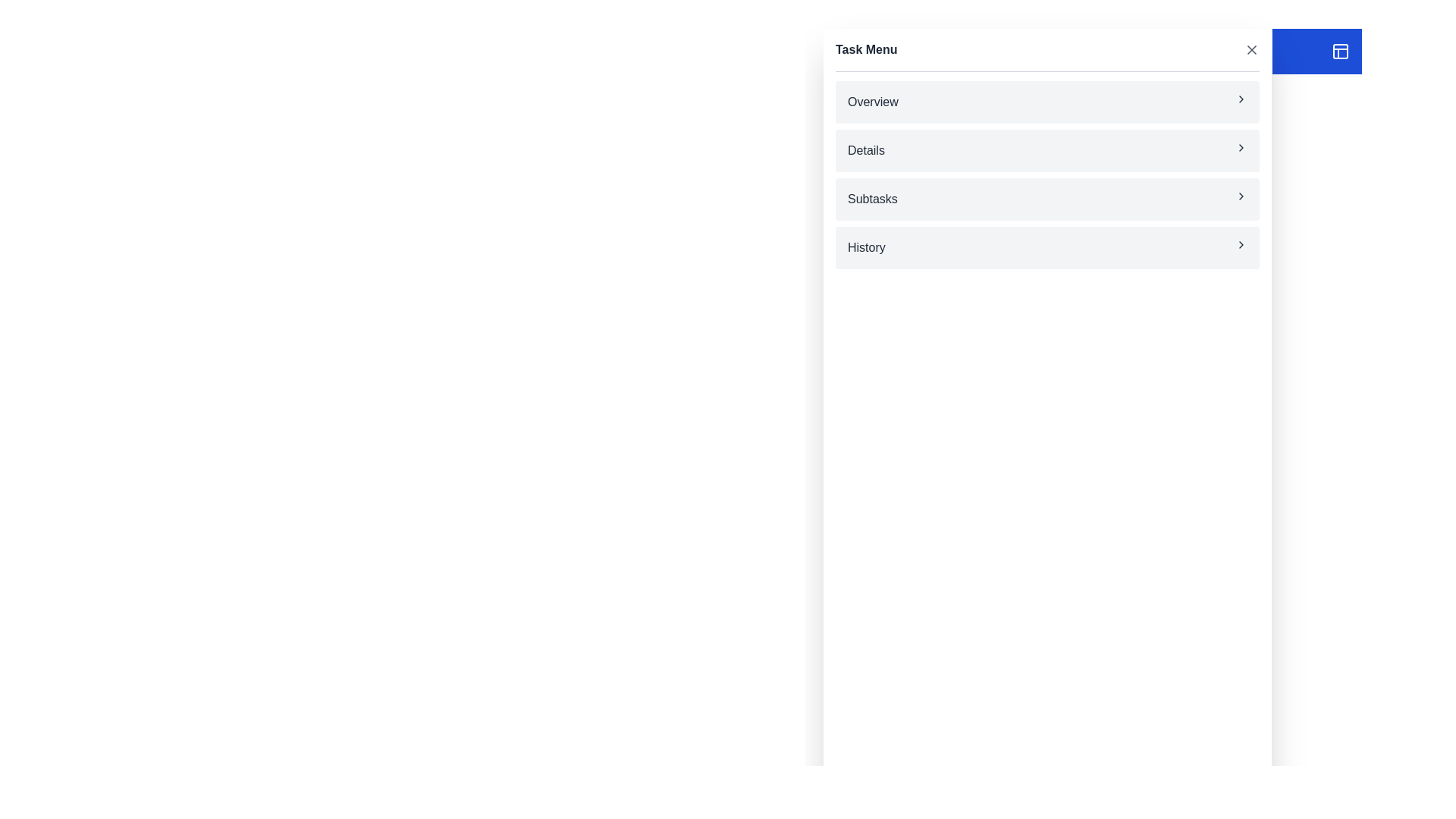  I want to click on the 'Subtasks' text label, which is the third item in the vertical menu list, so click(872, 198).